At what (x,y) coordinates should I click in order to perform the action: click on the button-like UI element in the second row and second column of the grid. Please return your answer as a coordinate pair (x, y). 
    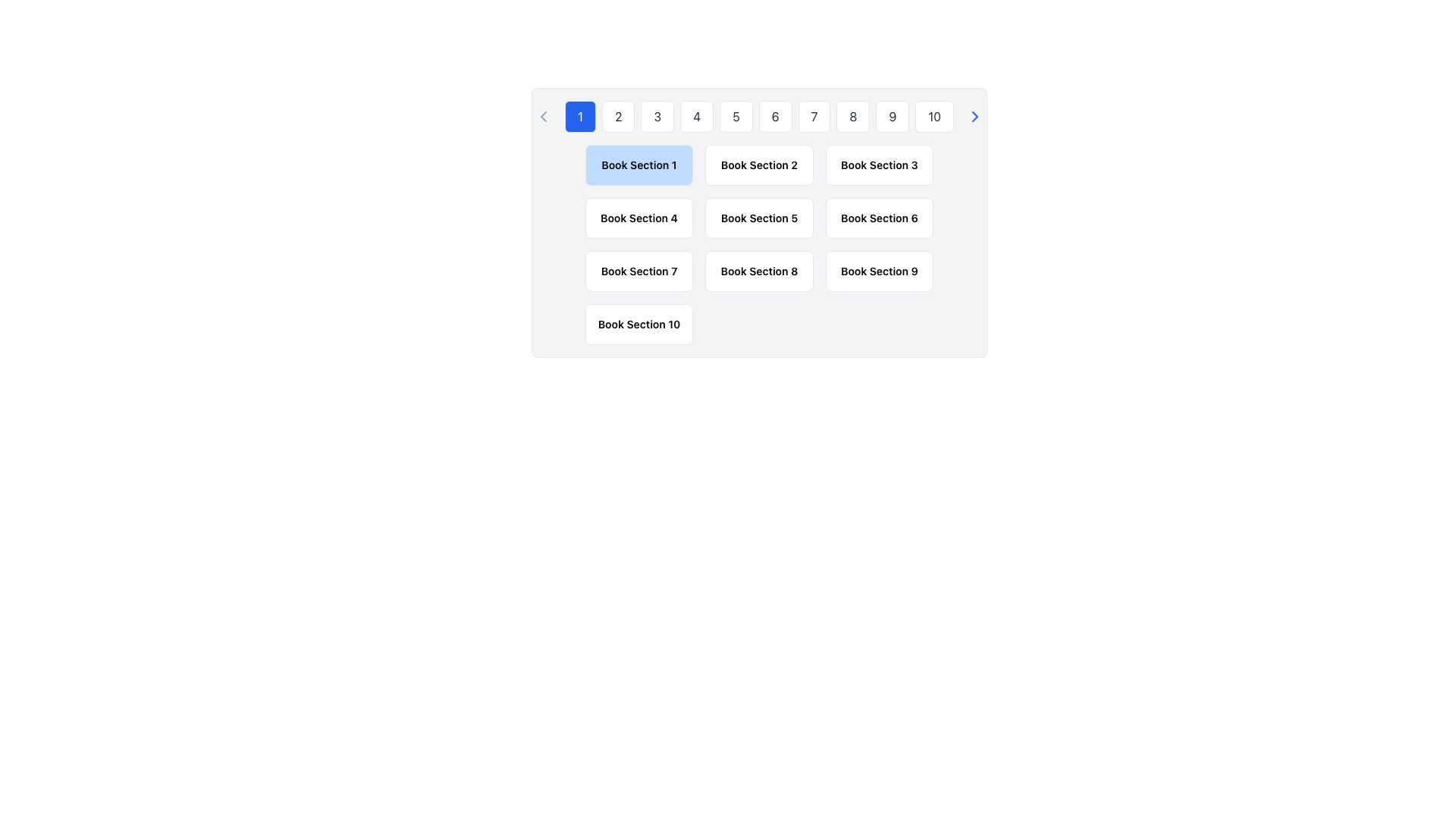
    Looking at the image, I should click on (759, 218).